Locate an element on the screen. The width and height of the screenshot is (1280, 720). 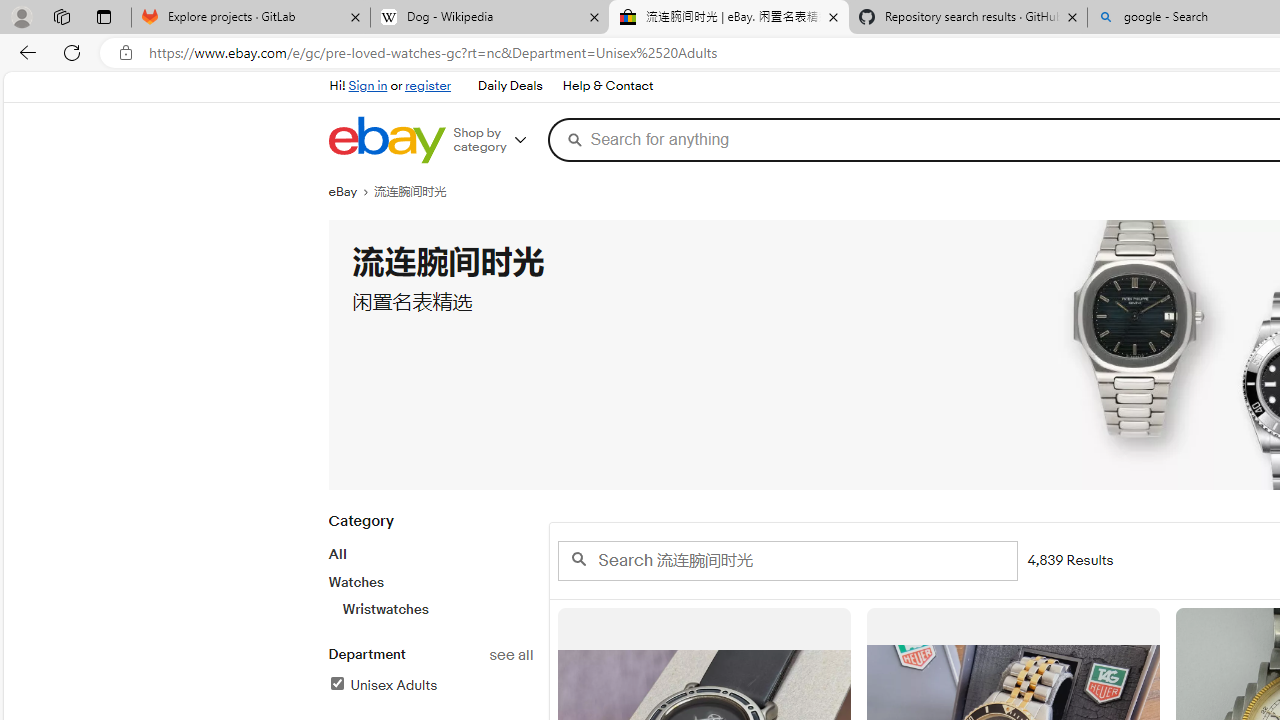
'Help & Contact' is located at coordinates (607, 86).